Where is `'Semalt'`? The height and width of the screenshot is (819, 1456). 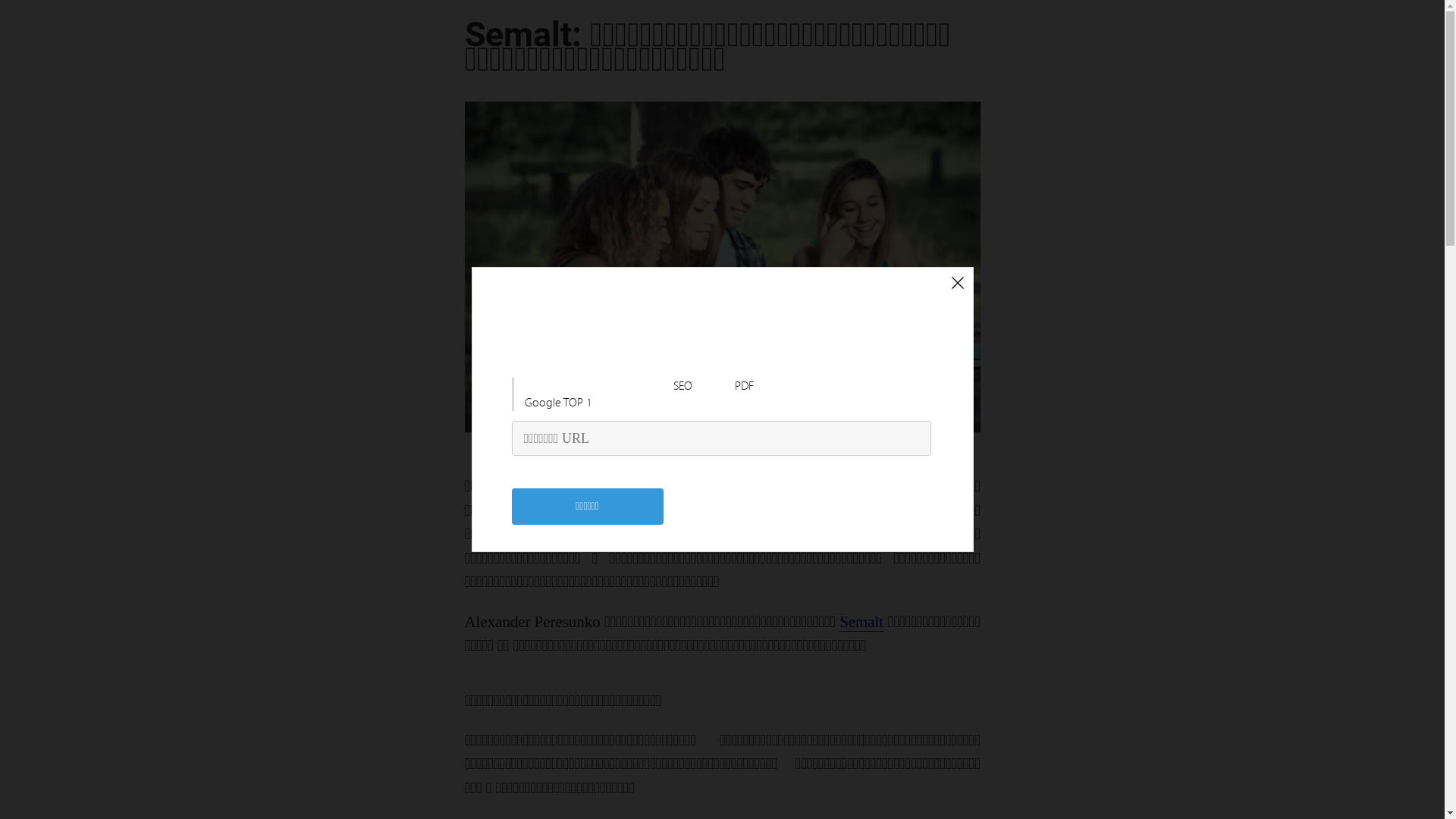
'Semalt' is located at coordinates (861, 622).